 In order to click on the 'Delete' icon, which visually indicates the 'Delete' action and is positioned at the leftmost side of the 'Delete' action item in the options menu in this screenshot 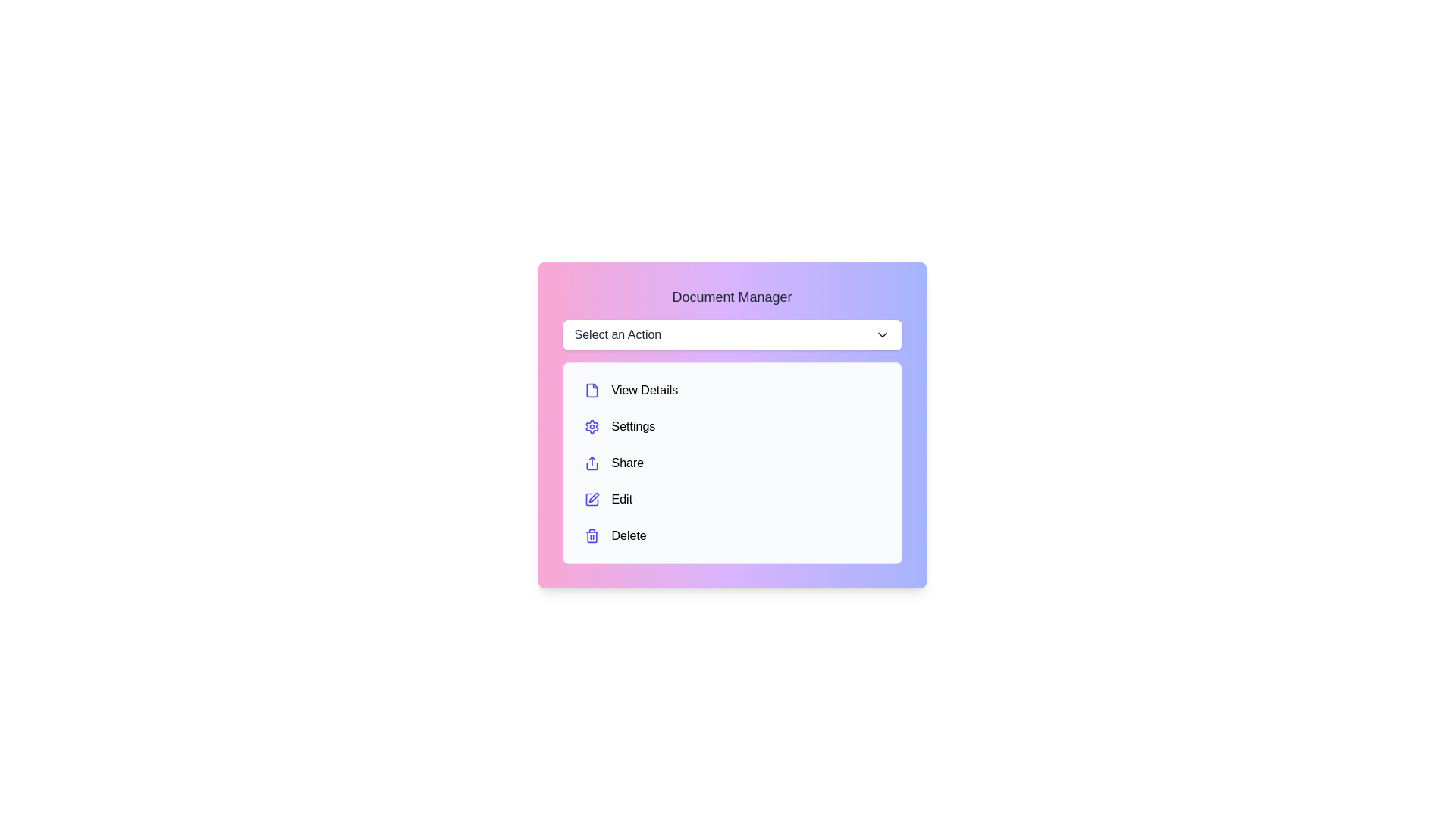, I will do `click(591, 535)`.